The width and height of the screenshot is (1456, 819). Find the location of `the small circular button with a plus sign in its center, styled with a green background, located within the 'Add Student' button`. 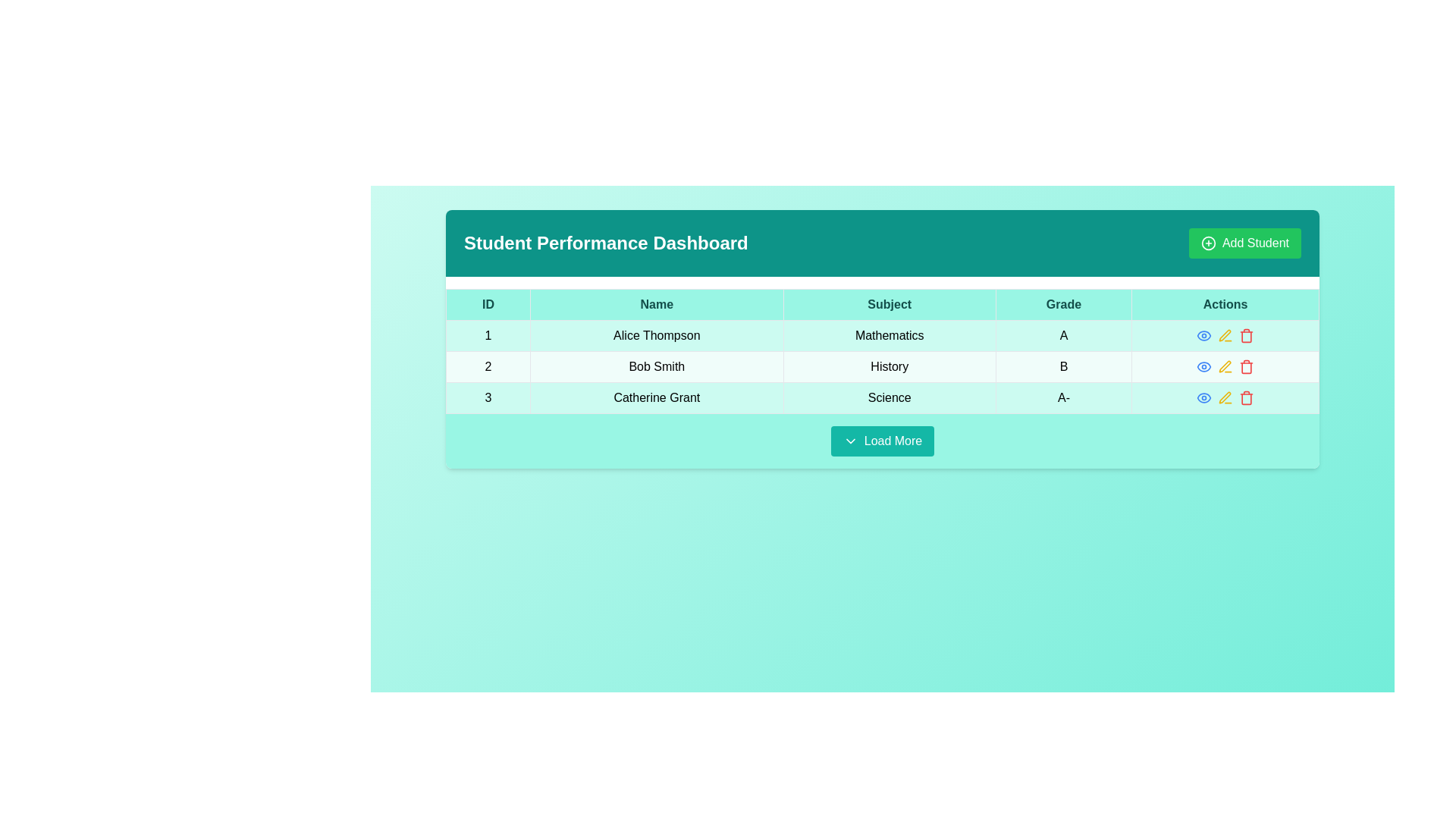

the small circular button with a plus sign in its center, styled with a green background, located within the 'Add Student' button is located at coordinates (1207, 242).